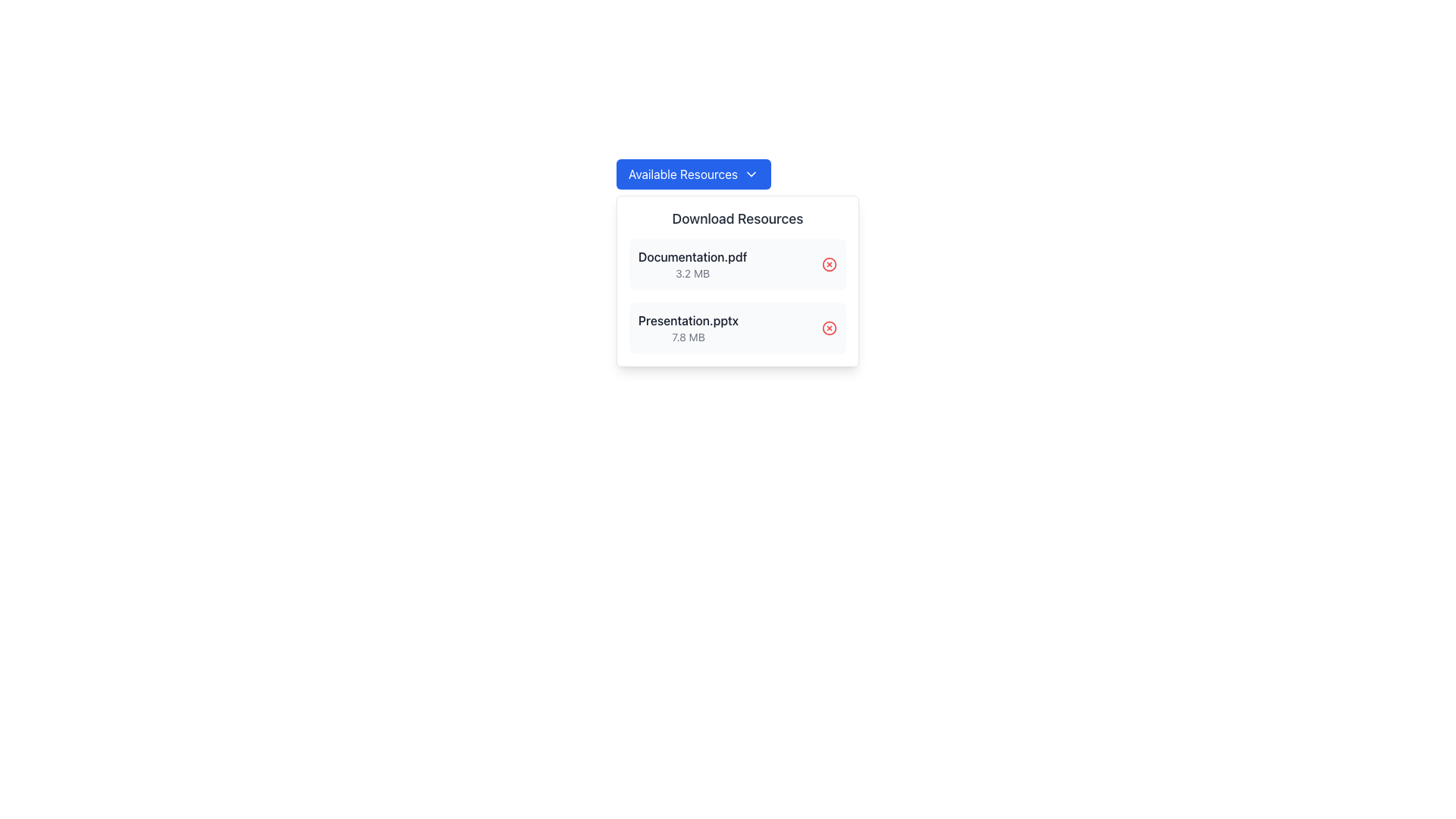 This screenshot has height=819, width=1456. Describe the element at coordinates (687, 336) in the screenshot. I see `the static text label displaying the size of the file 'Presentation.pptx' located in the bottom-right section of the panel for downloadable resources` at that location.